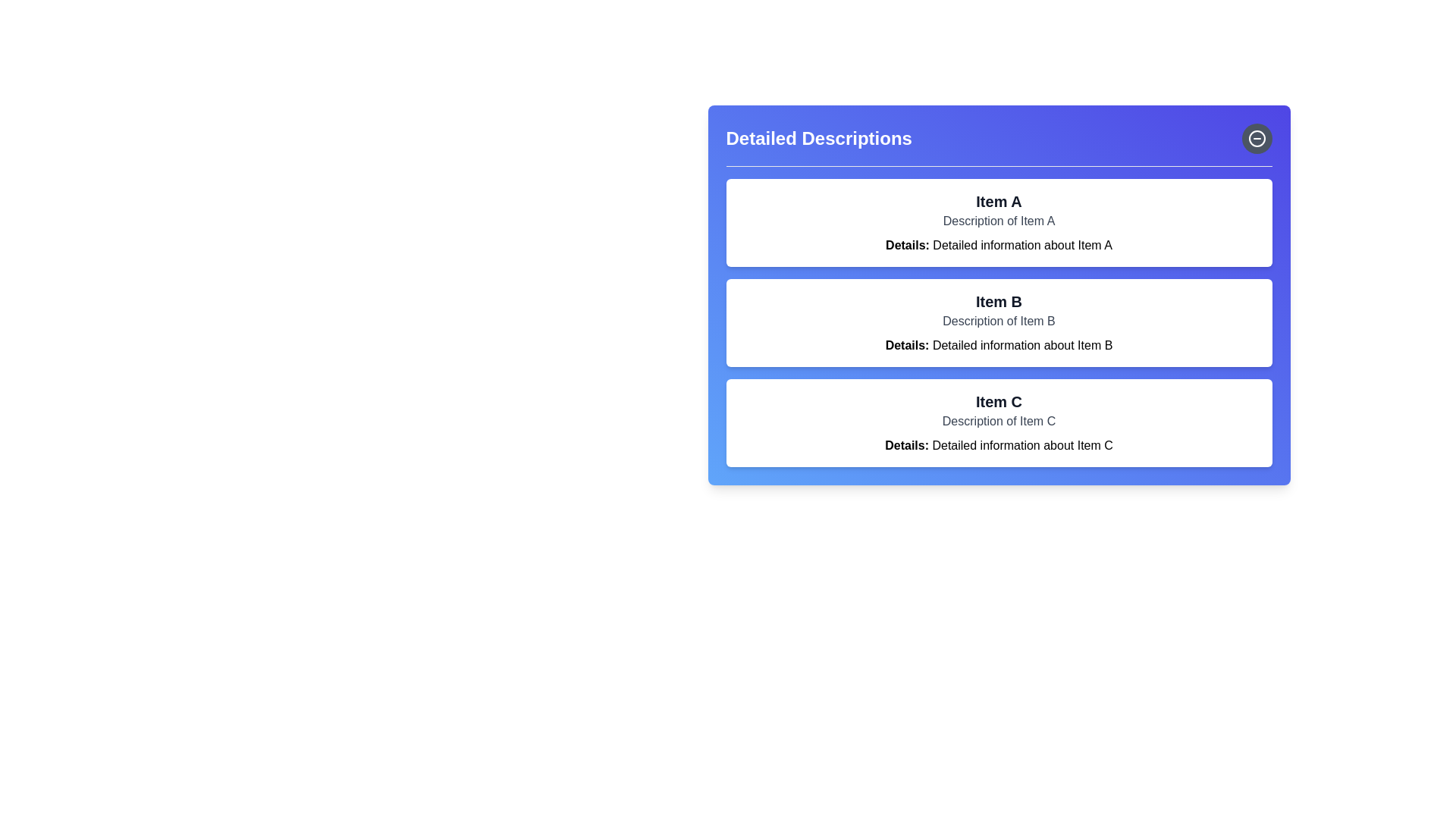 This screenshot has height=819, width=1456. Describe the element at coordinates (999, 201) in the screenshot. I see `the bold text label displaying 'Item A' located at the top of the first card under the 'Detailed Descriptions' section` at that location.